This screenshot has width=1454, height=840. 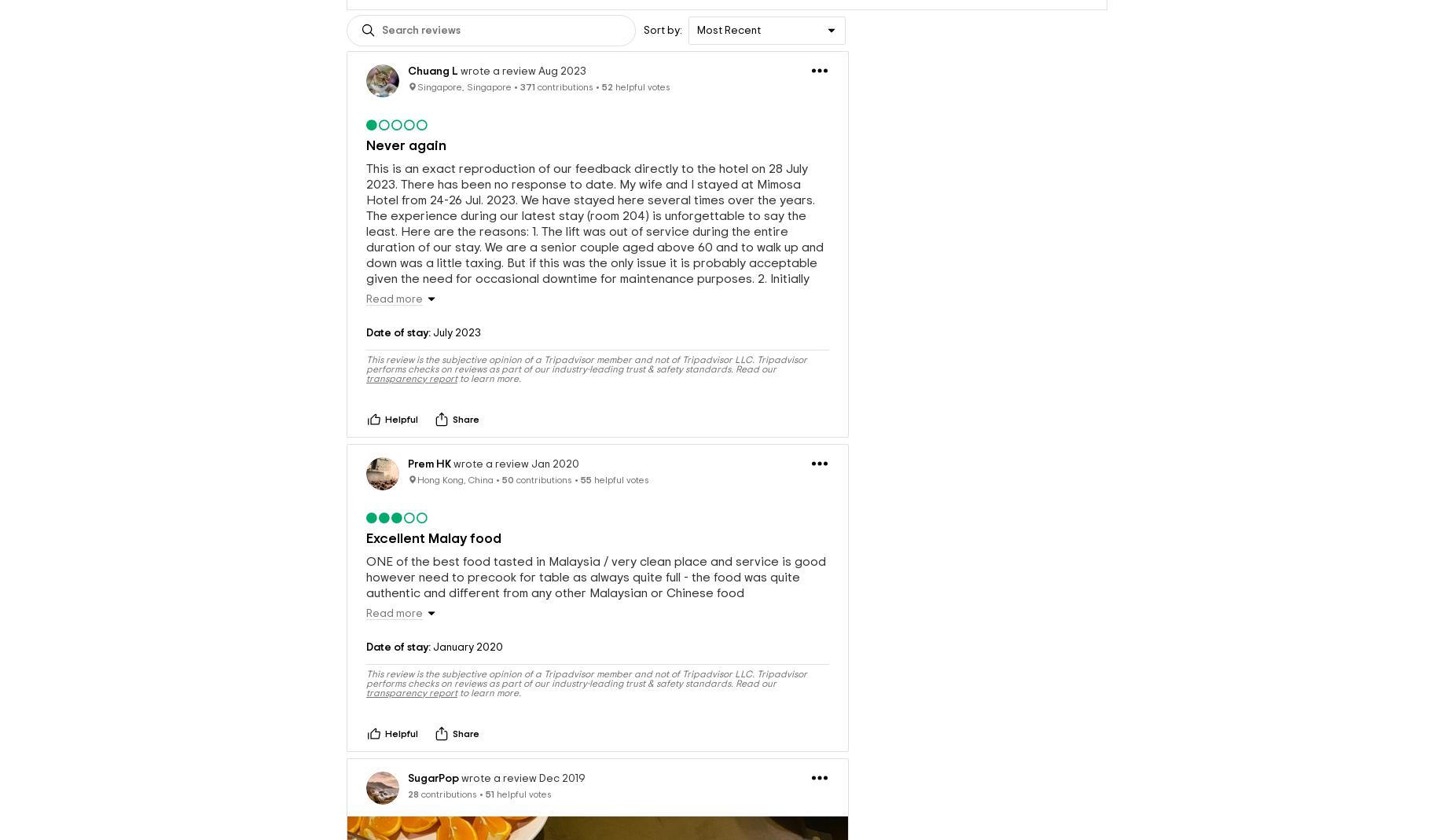 I want to click on 'Excellent Malay food', so click(x=366, y=537).